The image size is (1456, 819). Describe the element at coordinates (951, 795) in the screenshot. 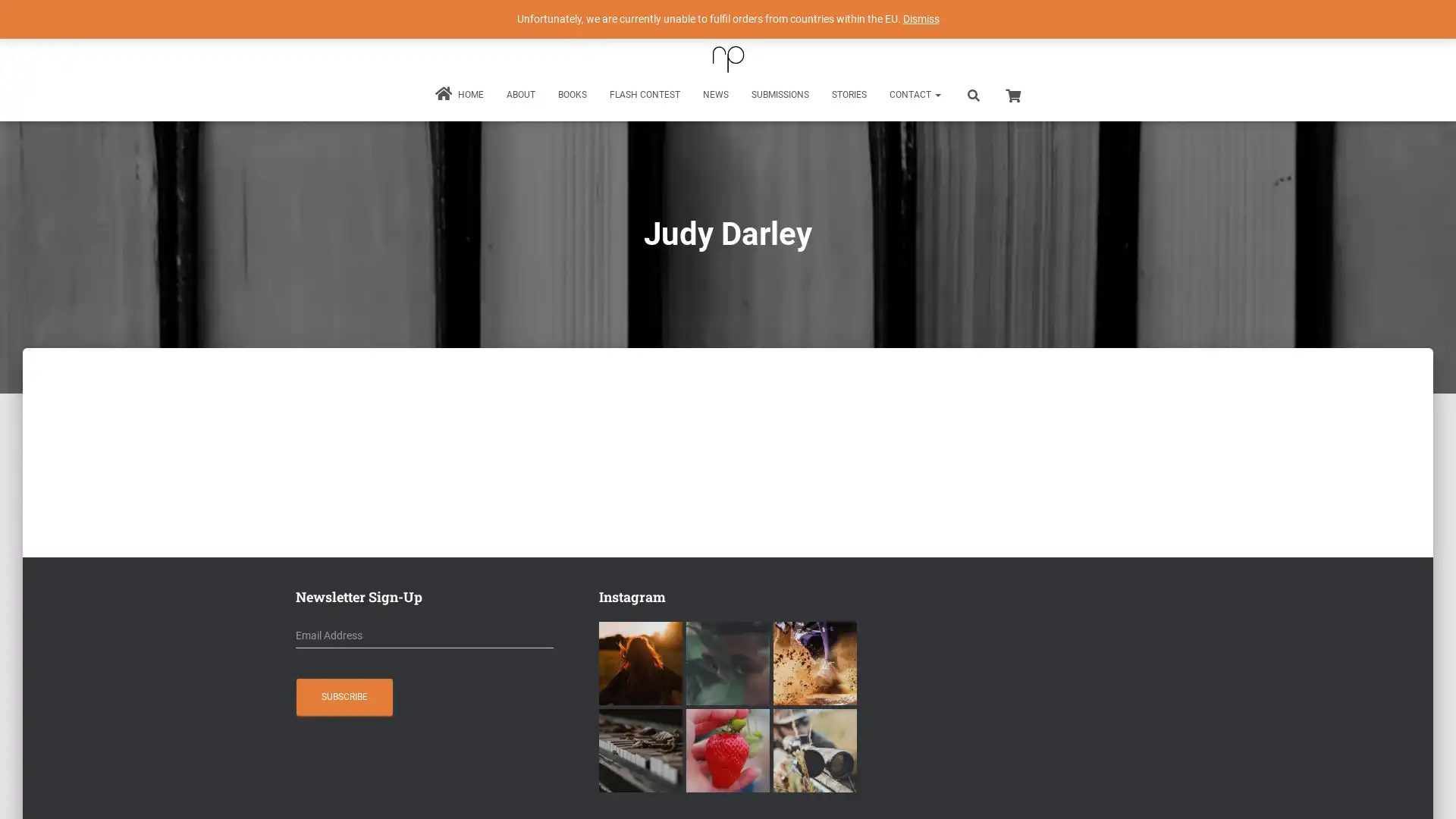

I see `Accept` at that location.